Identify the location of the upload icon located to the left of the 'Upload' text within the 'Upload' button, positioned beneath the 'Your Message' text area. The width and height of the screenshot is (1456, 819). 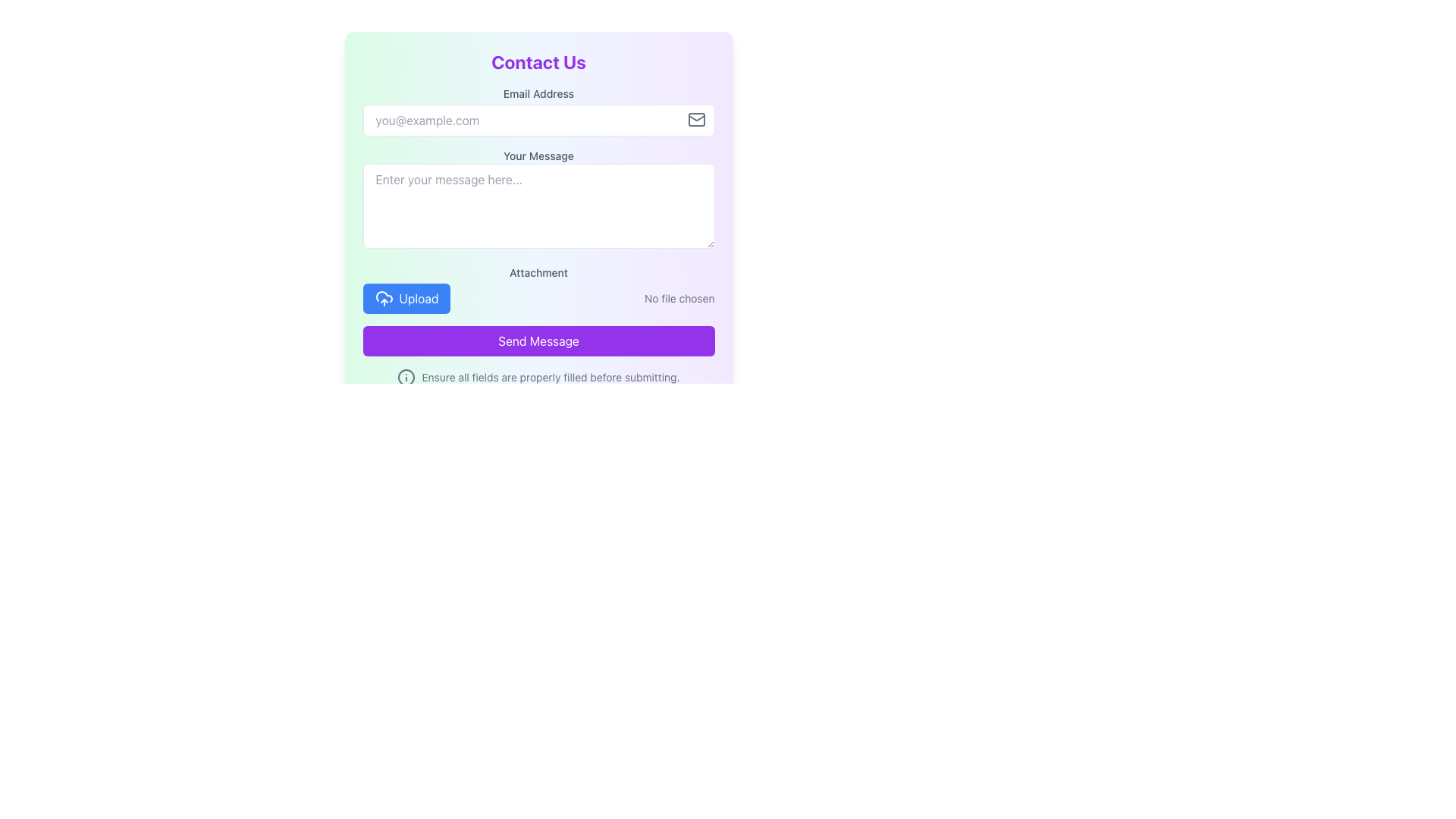
(384, 298).